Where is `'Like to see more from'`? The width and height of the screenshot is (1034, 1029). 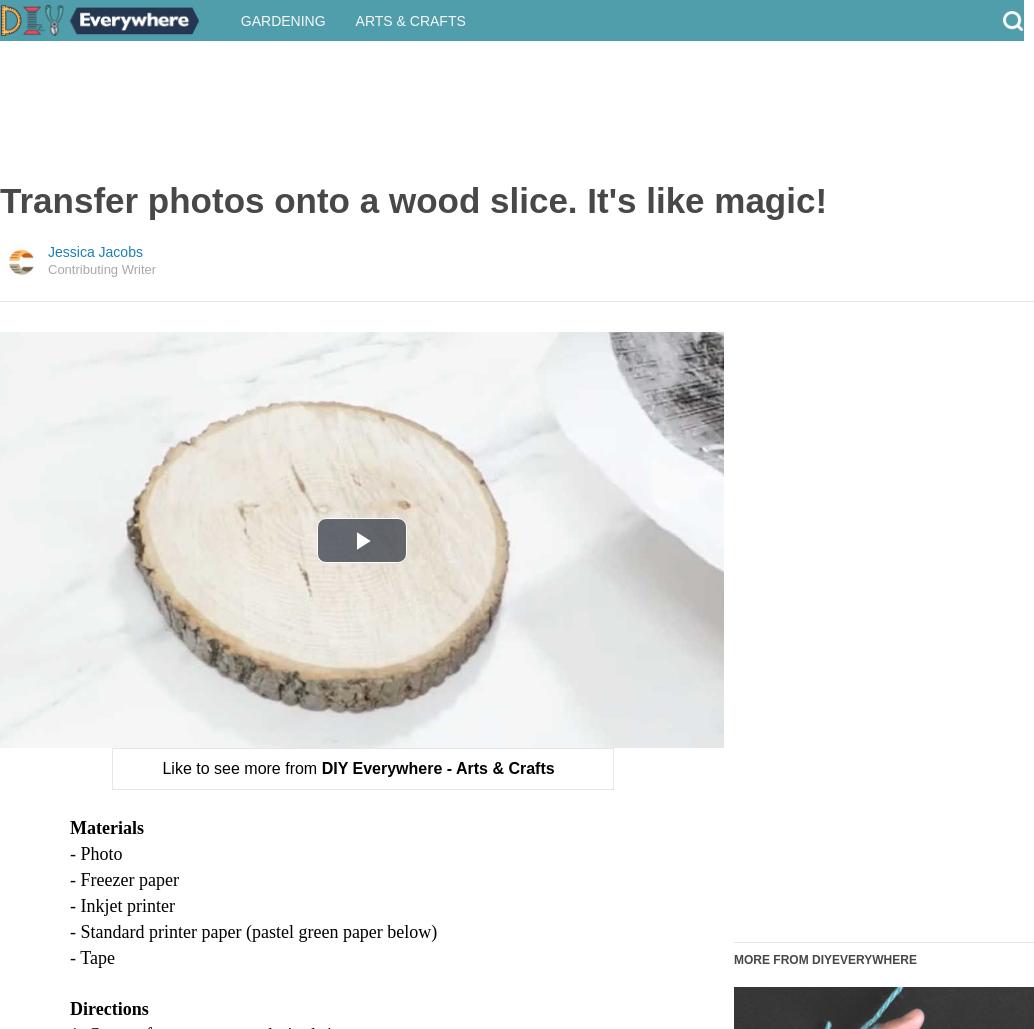 'Like to see more from' is located at coordinates (241, 787).